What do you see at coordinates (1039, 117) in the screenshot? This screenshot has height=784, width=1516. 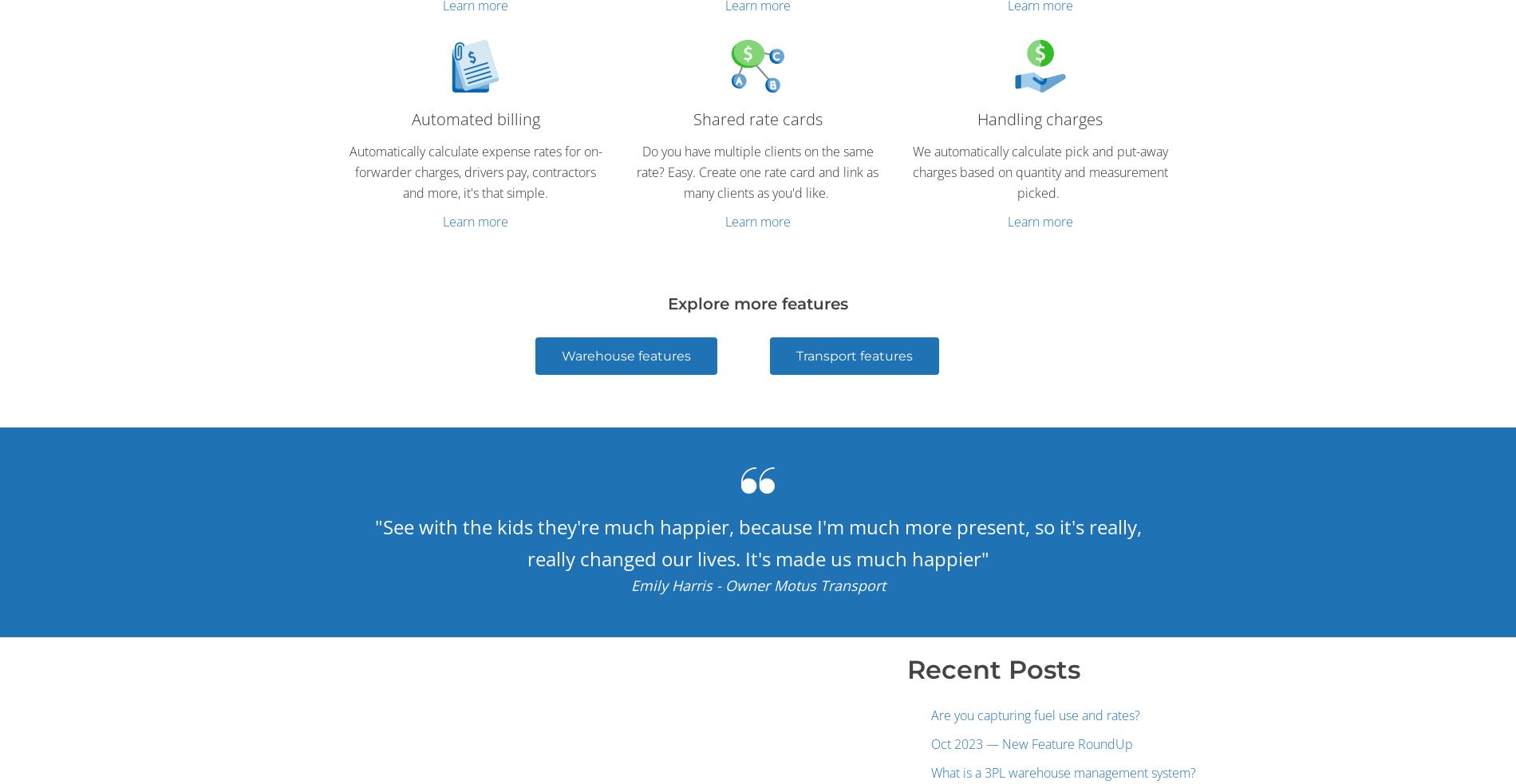 I see `'Handling charges'` at bounding box center [1039, 117].